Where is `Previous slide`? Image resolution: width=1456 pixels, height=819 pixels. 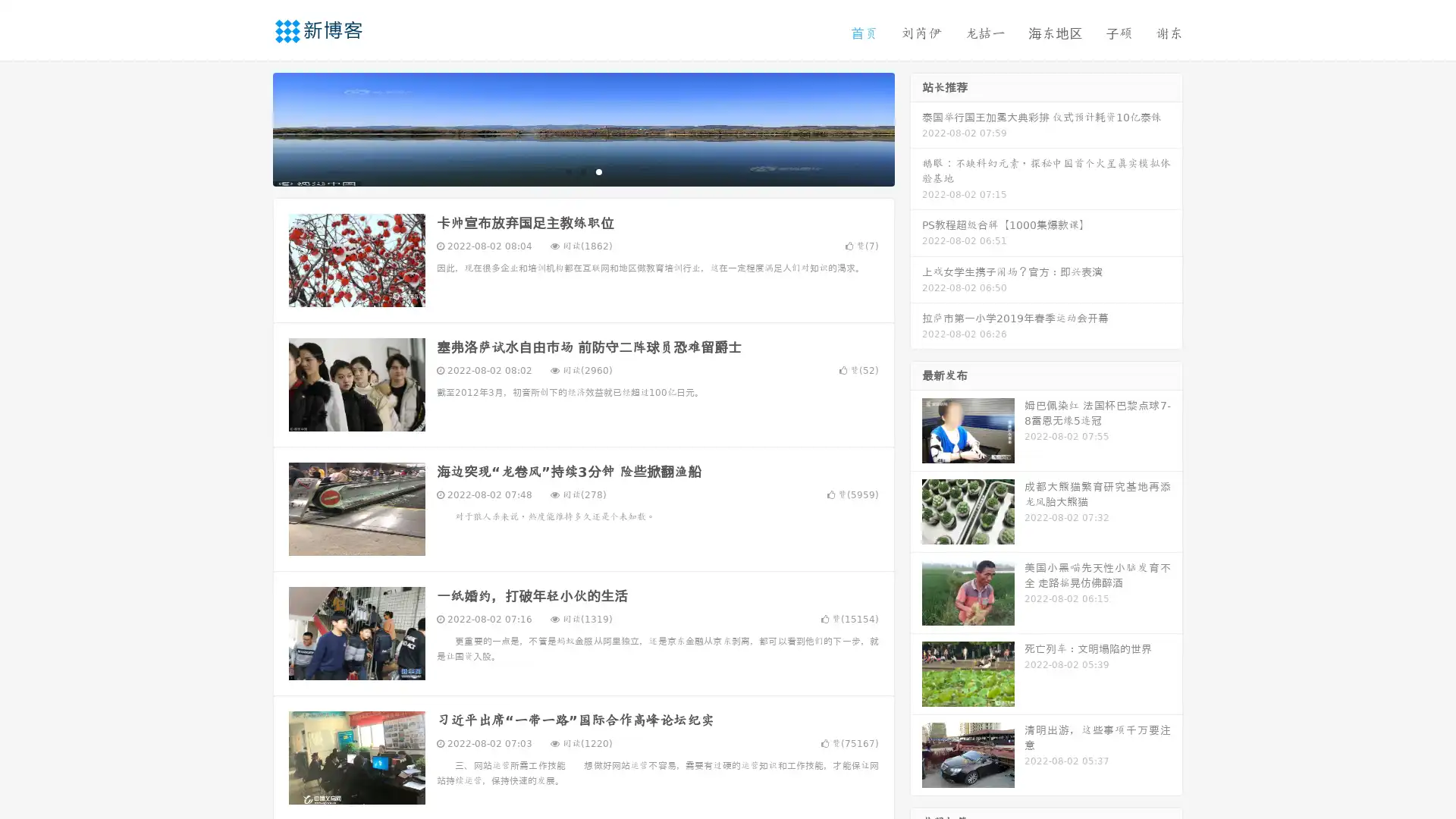 Previous slide is located at coordinates (250, 127).